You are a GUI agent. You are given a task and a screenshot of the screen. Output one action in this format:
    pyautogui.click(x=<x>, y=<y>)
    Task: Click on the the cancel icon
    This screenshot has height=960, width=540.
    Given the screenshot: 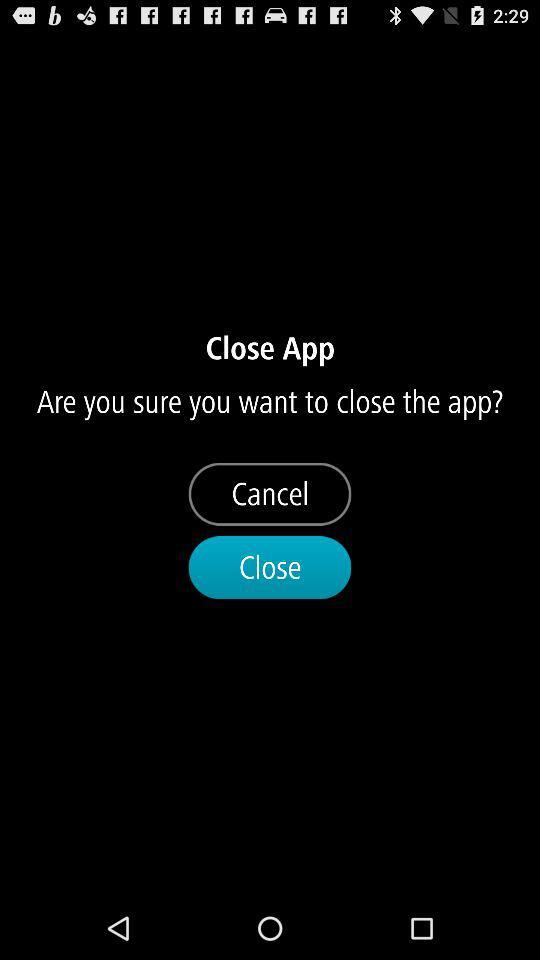 What is the action you would take?
    pyautogui.click(x=270, y=493)
    